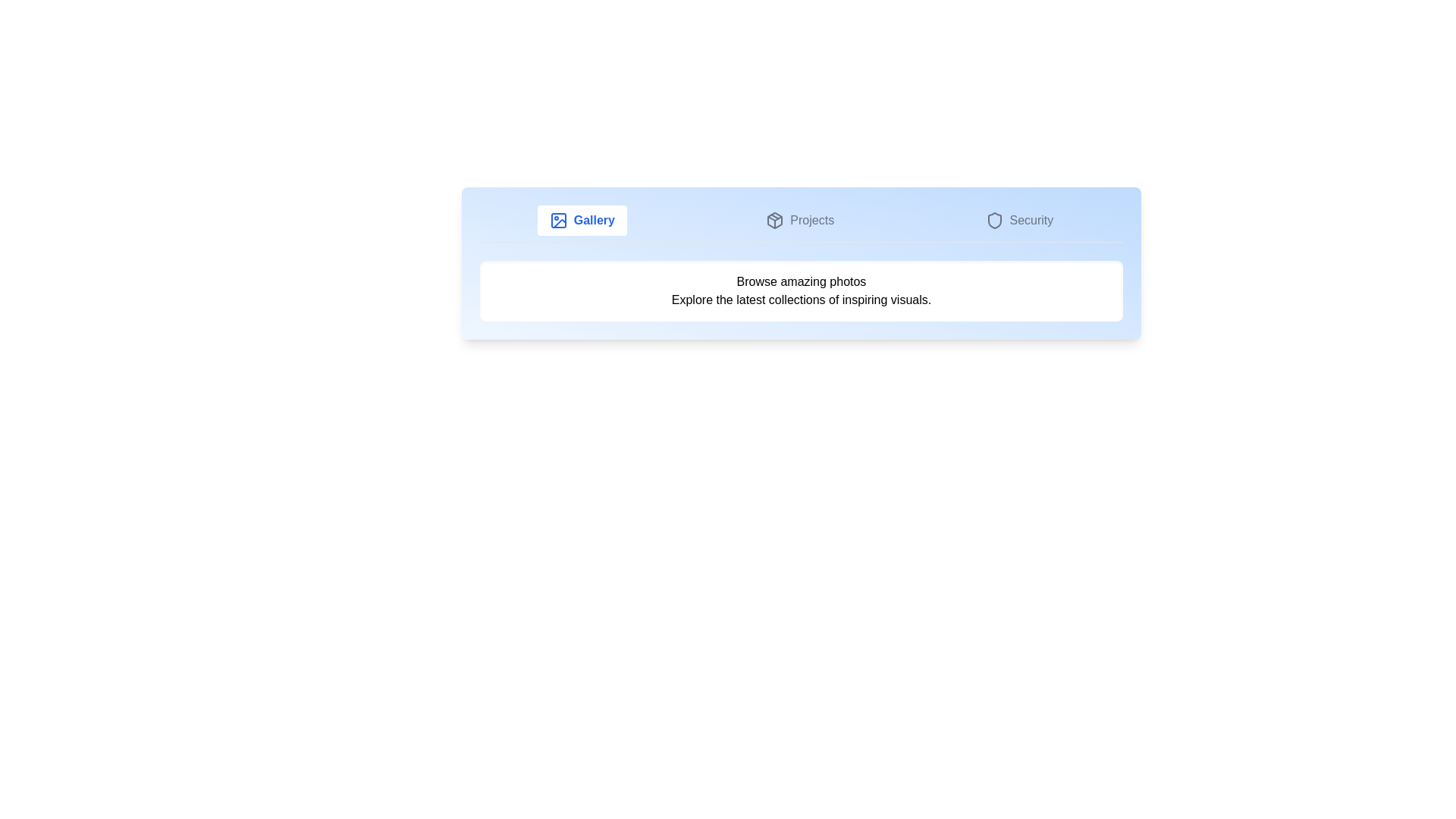 The width and height of the screenshot is (1456, 819). What do you see at coordinates (581, 220) in the screenshot?
I see `the Gallery tab by clicking its respective button` at bounding box center [581, 220].